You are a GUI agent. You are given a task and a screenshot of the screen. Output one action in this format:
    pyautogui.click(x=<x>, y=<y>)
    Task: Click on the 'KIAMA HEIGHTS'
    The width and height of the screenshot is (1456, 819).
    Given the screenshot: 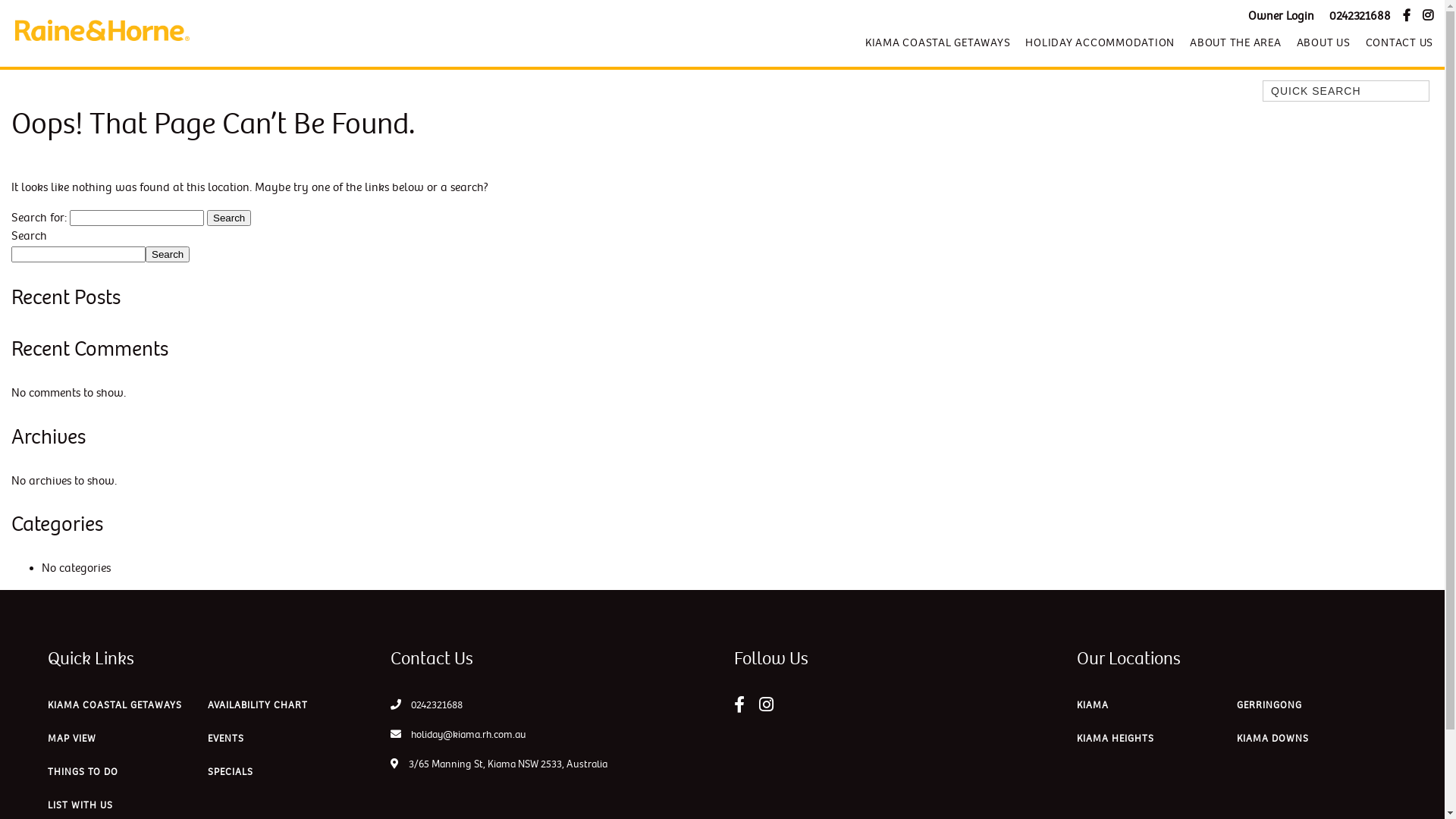 What is the action you would take?
    pyautogui.click(x=1115, y=742)
    